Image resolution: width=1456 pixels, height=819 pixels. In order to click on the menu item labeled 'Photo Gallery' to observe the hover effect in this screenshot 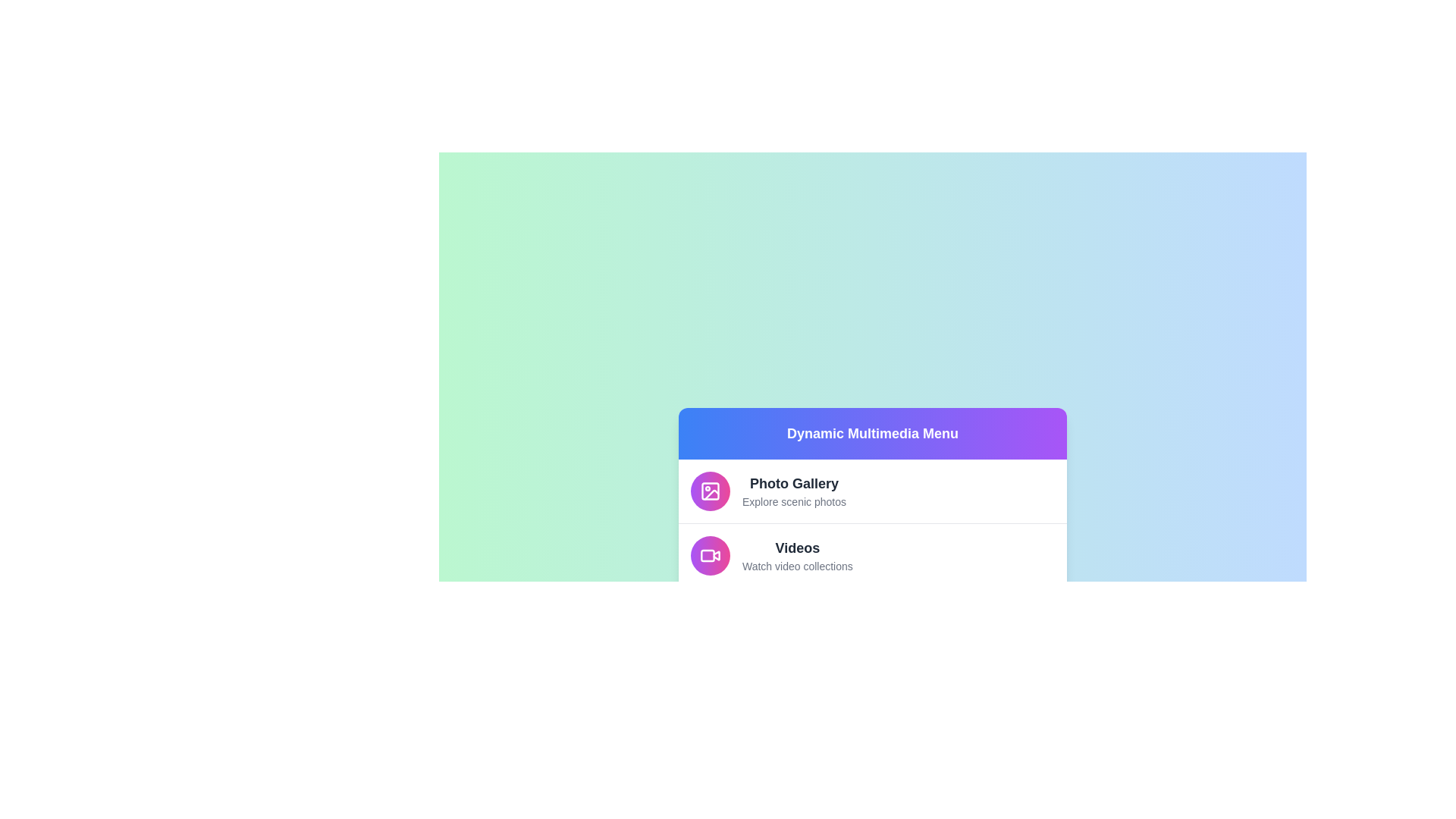, I will do `click(873, 491)`.